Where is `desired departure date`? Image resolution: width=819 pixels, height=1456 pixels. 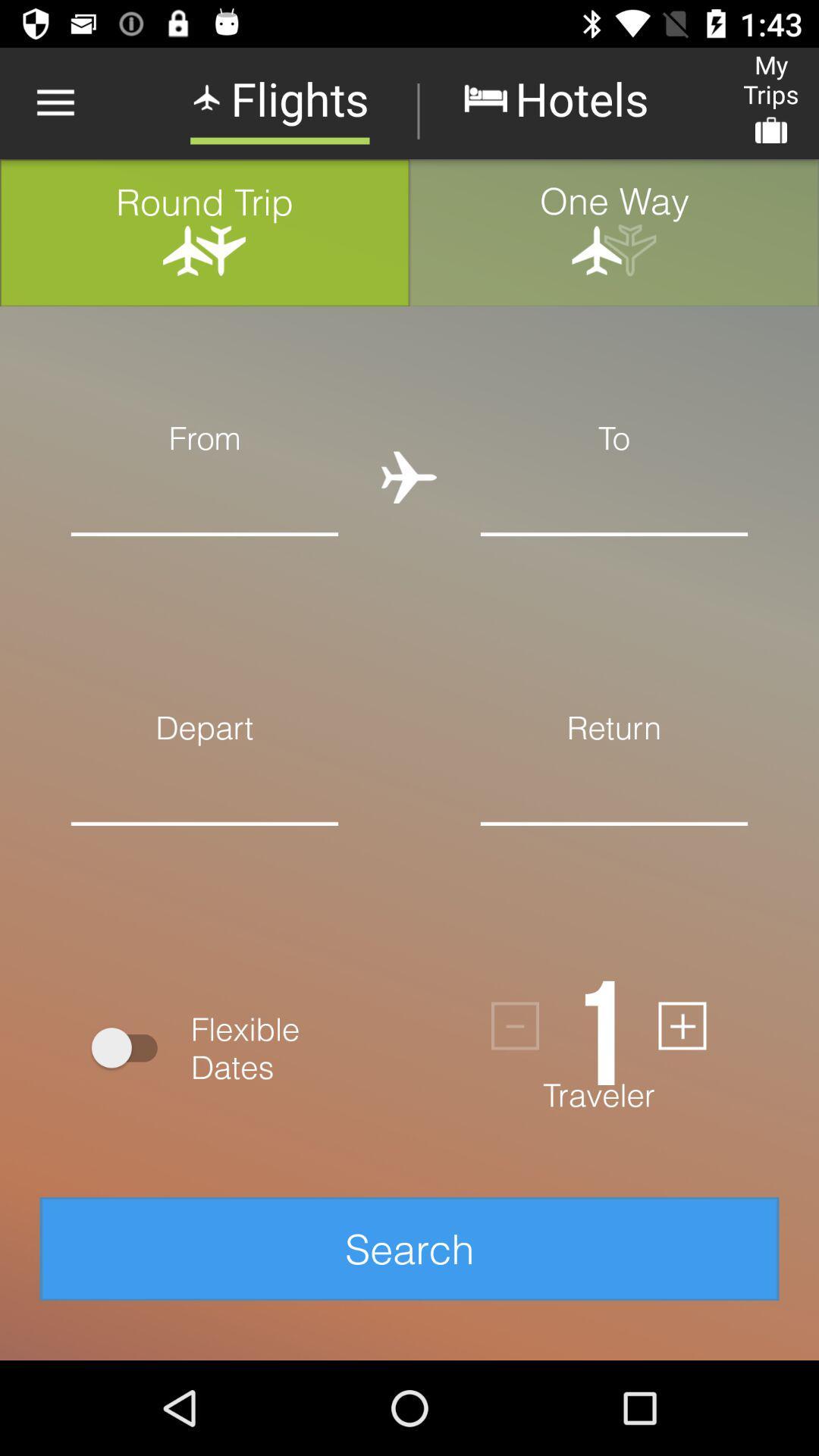 desired departure date is located at coordinates (205, 846).